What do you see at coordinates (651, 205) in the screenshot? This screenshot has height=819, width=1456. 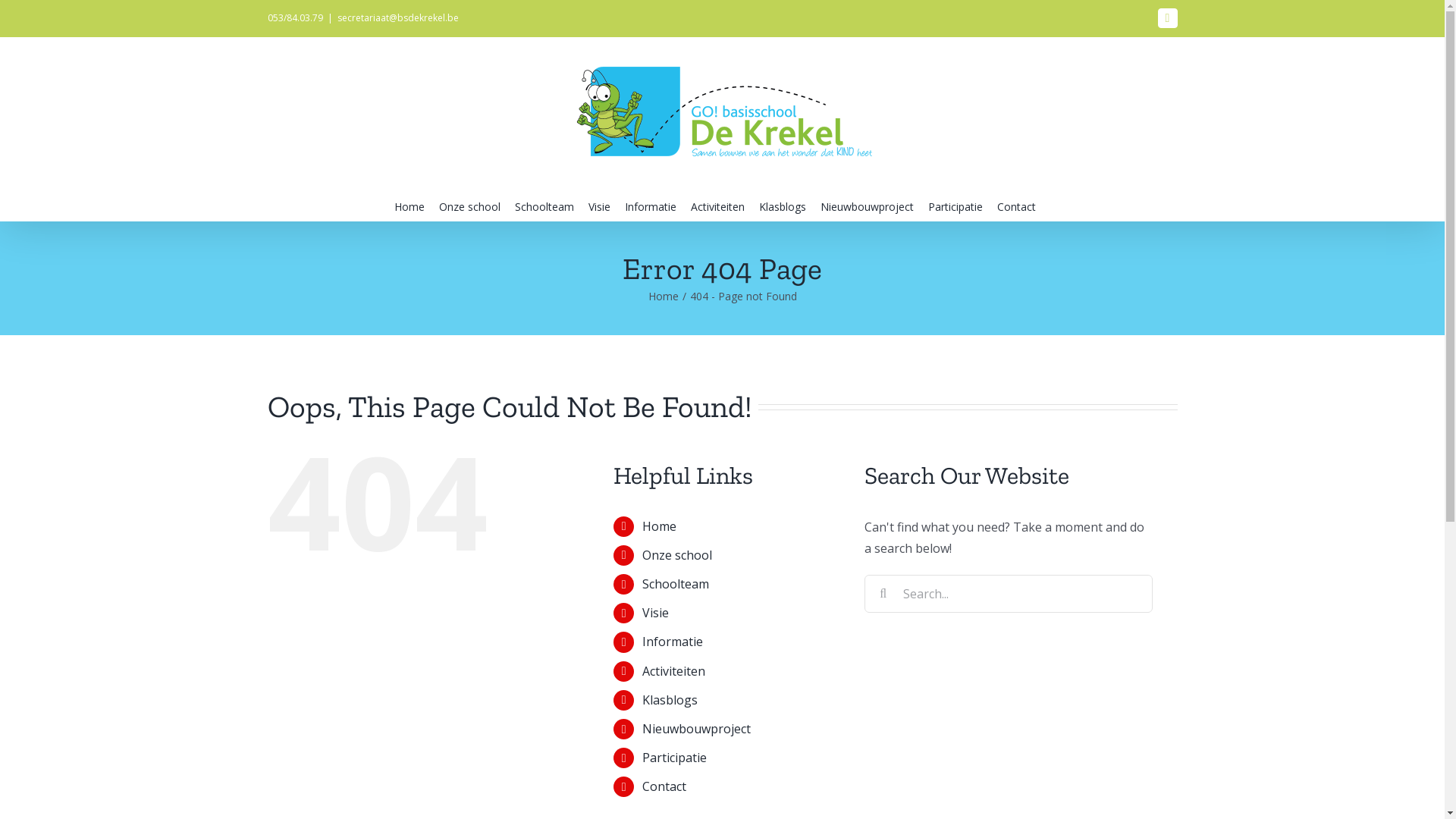 I see `'Informatie'` at bounding box center [651, 205].